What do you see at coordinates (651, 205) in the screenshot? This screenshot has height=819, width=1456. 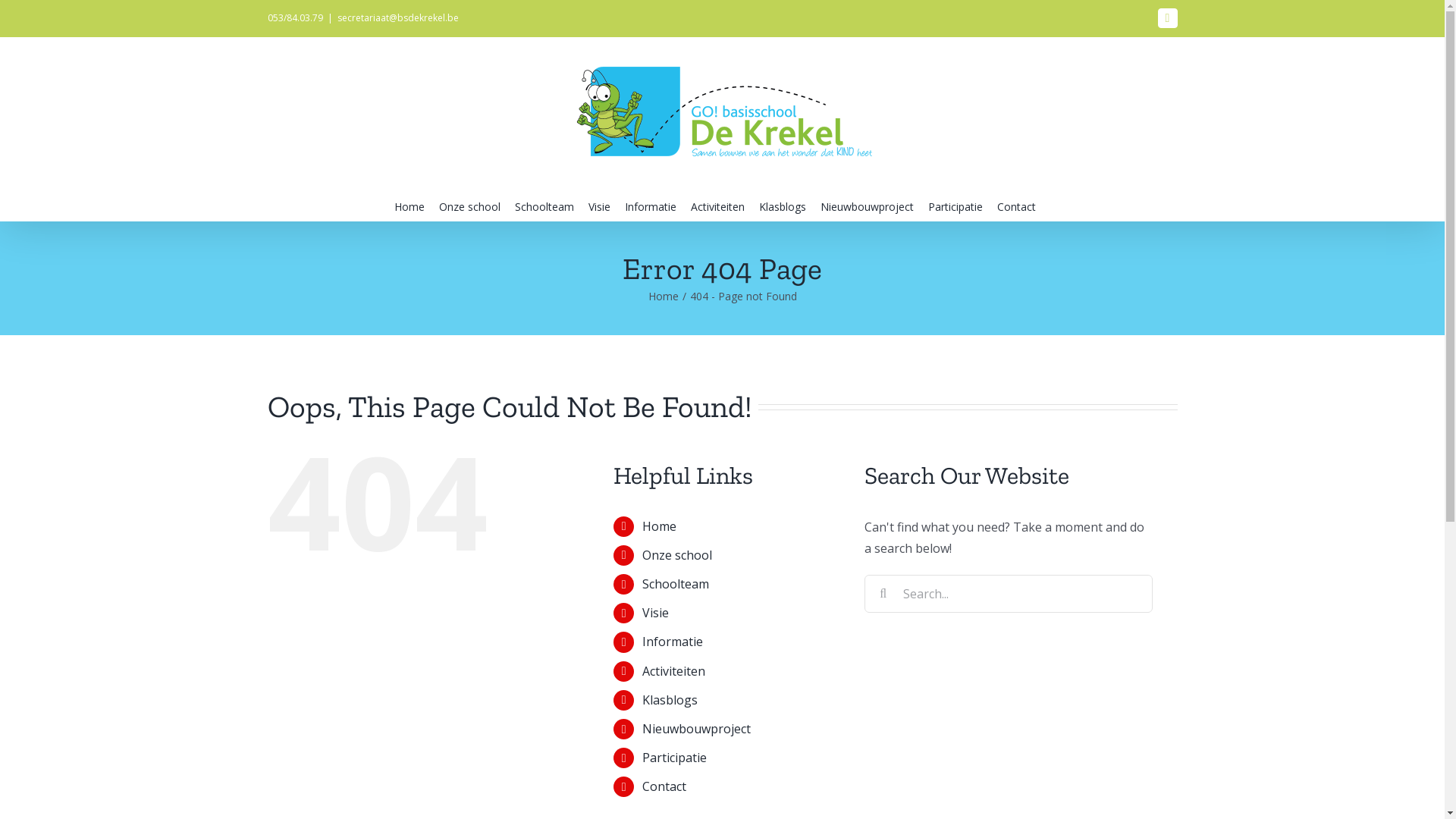 I see `'Informatie'` at bounding box center [651, 205].